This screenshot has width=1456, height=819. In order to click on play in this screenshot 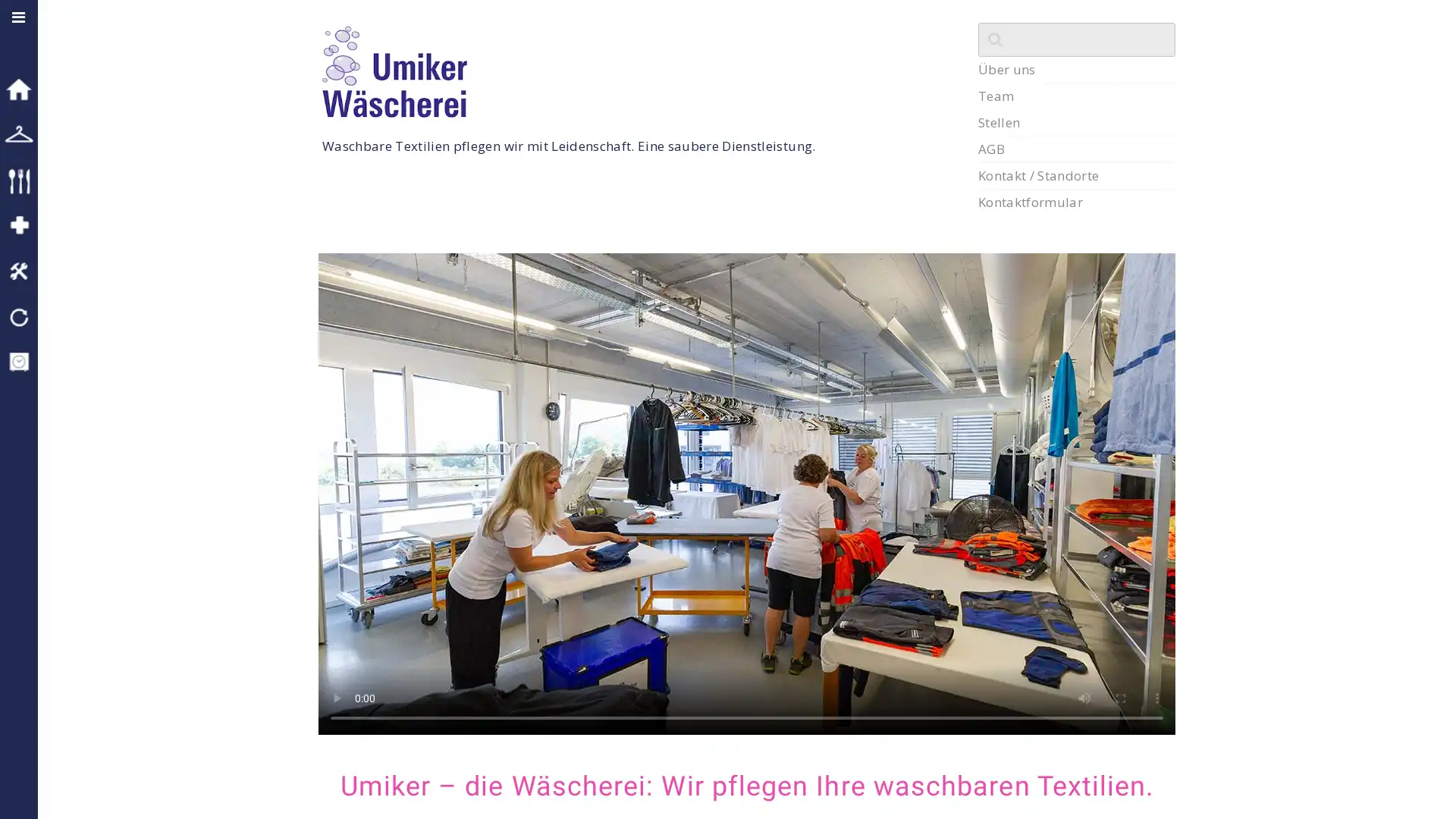, I will do `click(336, 698)`.